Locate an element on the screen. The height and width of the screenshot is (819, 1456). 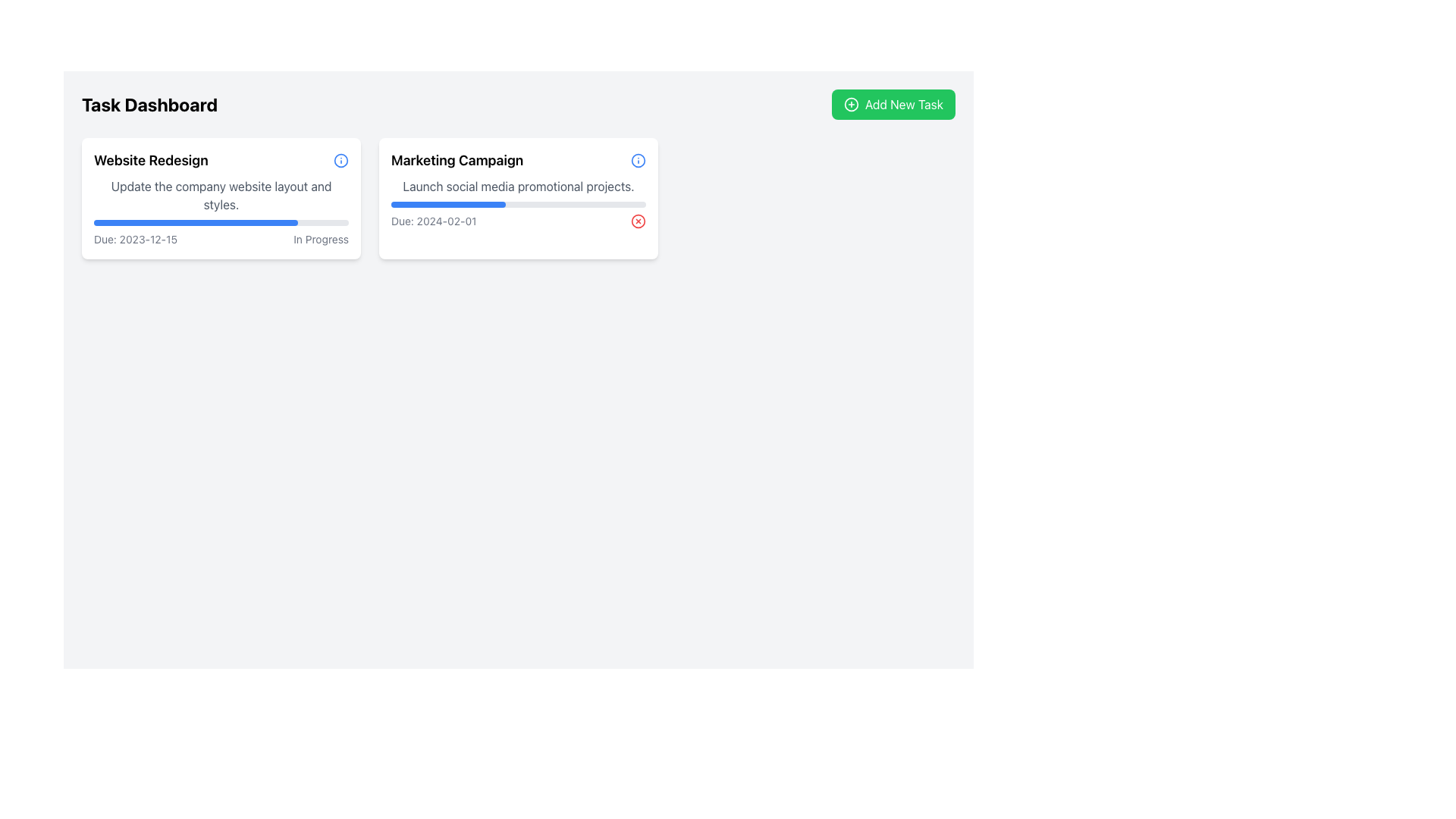
the text label displaying 'Website Redesign' located at the top-left corner of the task card in the dashboard is located at coordinates (151, 161).